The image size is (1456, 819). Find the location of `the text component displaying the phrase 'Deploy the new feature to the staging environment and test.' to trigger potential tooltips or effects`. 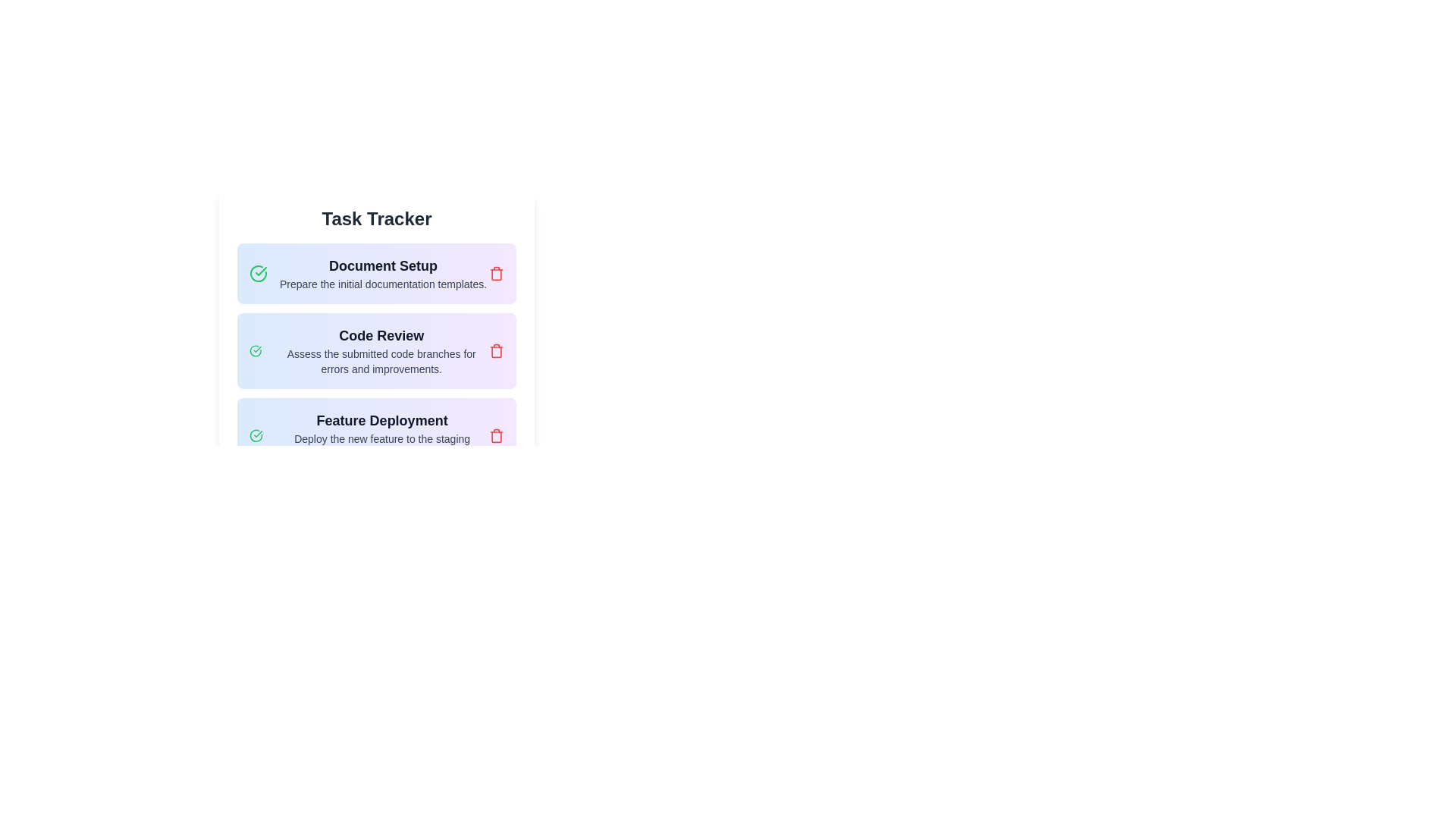

the text component displaying the phrase 'Deploy the new feature to the staging environment and test.' to trigger potential tooltips or effects is located at coordinates (382, 446).